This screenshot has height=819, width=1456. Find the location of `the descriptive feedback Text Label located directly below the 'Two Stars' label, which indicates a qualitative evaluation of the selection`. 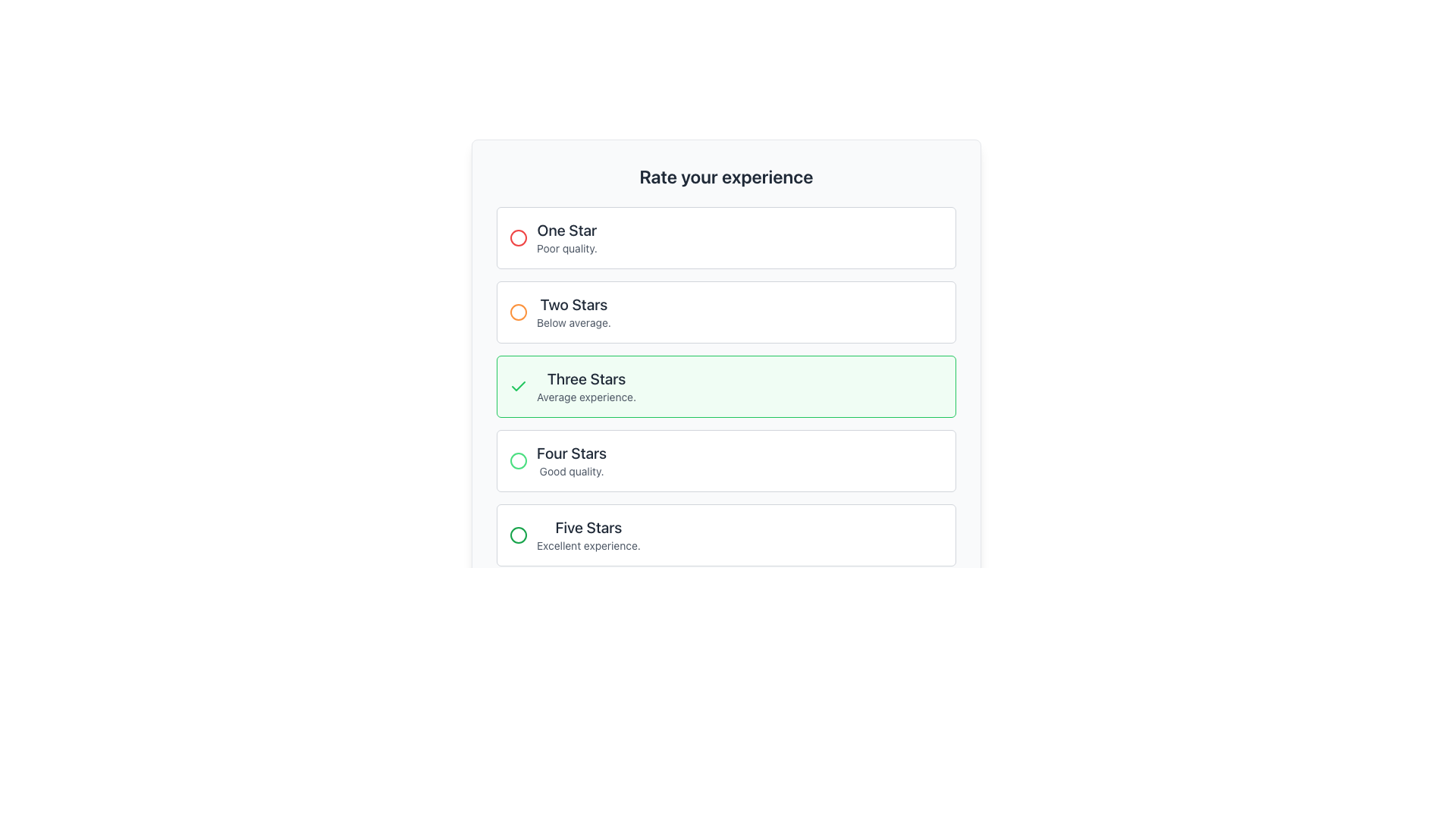

the descriptive feedback Text Label located directly below the 'Two Stars' label, which indicates a qualitative evaluation of the selection is located at coordinates (573, 322).